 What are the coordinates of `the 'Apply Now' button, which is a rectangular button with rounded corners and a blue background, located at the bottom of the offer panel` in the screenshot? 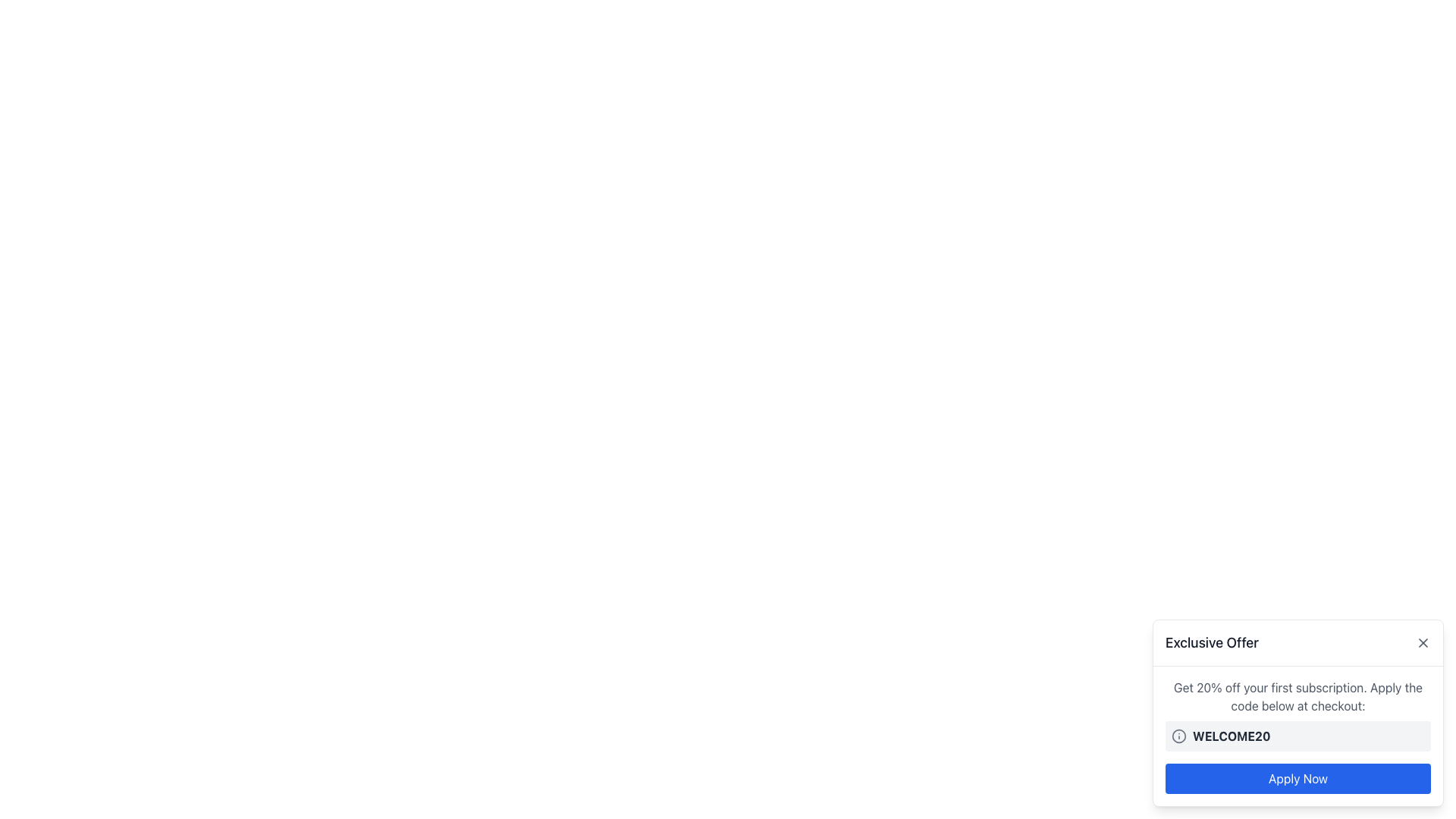 It's located at (1298, 778).